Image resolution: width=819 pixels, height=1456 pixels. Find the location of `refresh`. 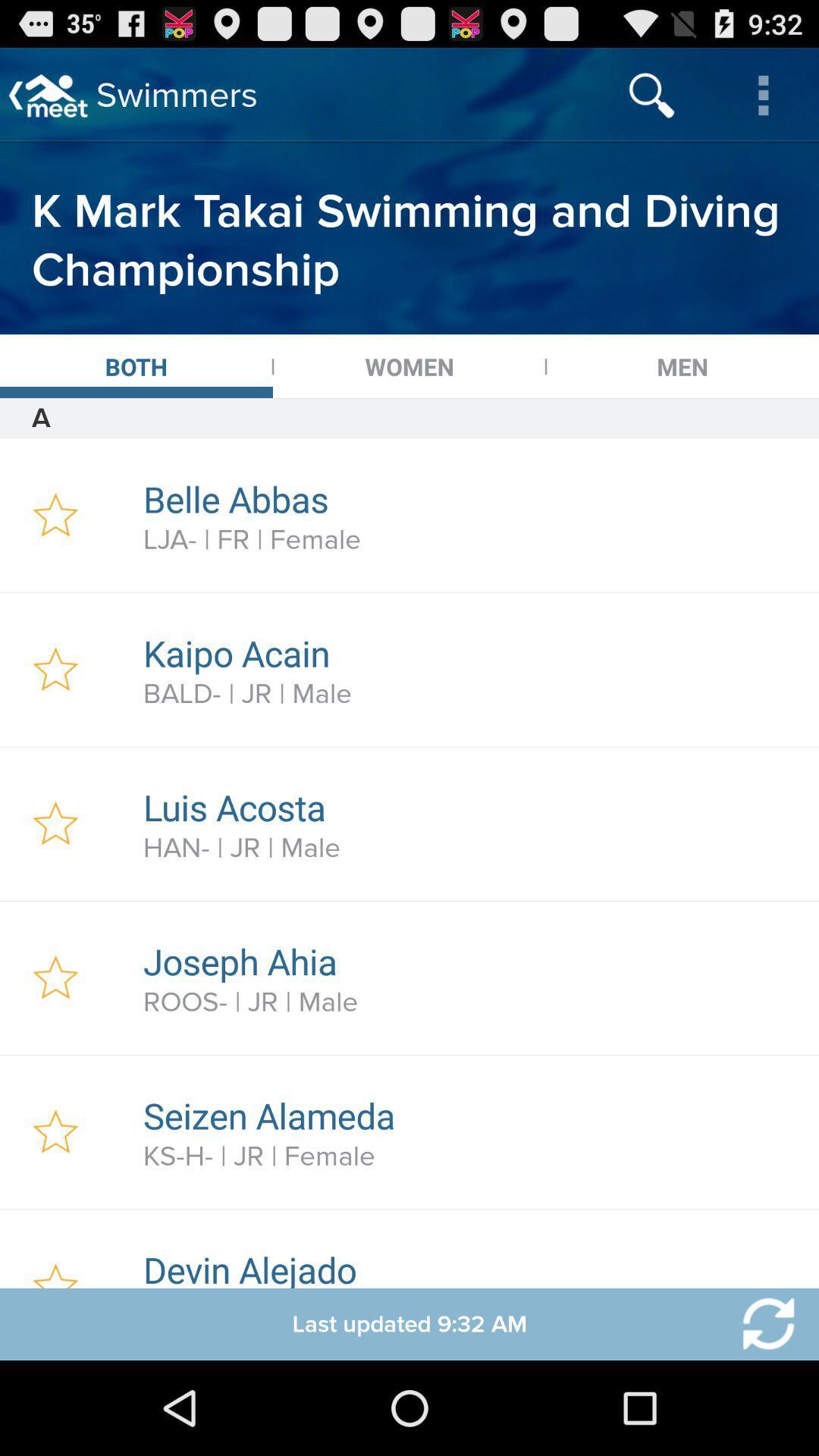

refresh is located at coordinates (759, 1323).